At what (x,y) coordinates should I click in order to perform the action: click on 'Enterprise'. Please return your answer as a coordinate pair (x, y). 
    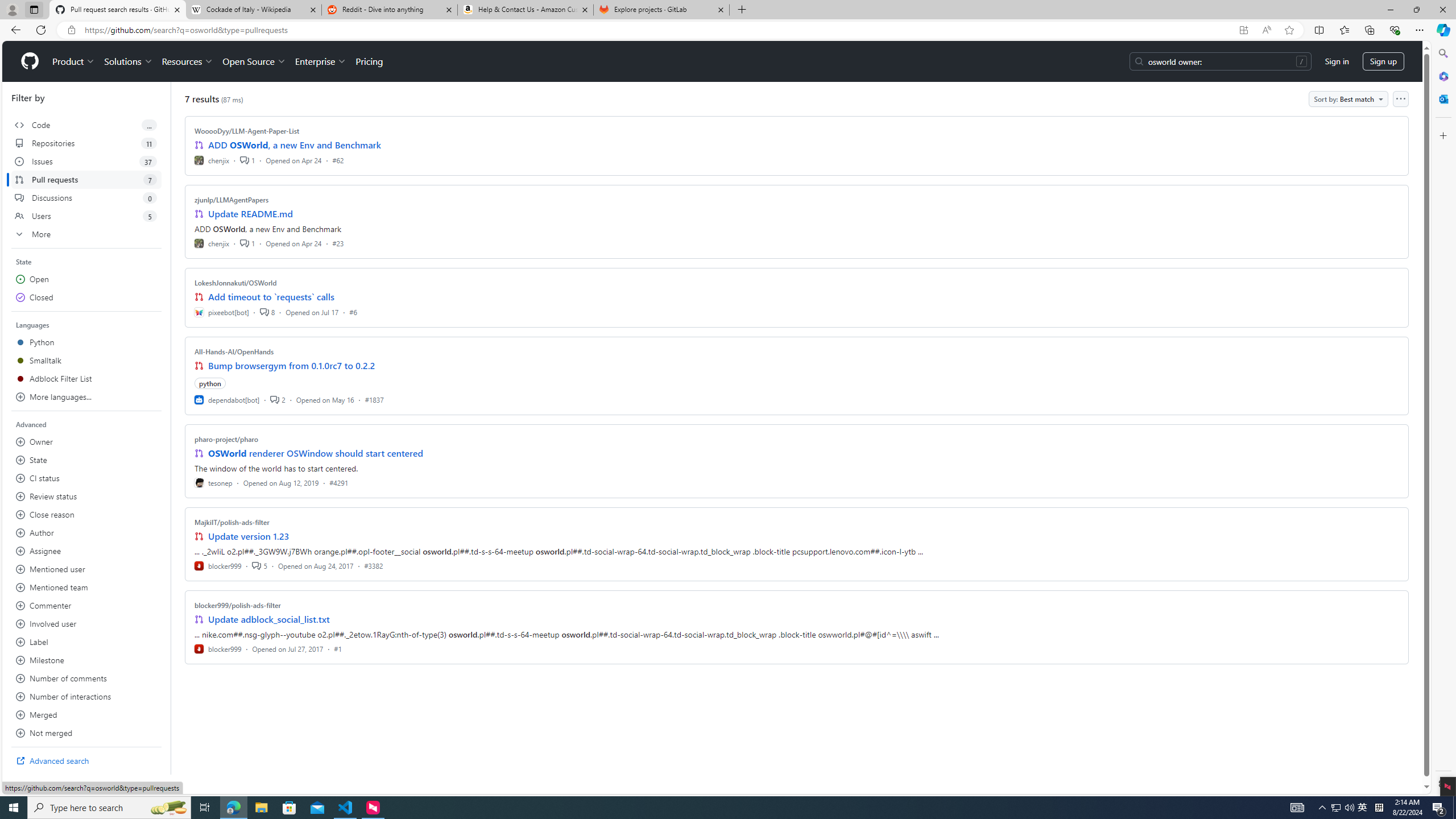
    Looking at the image, I should click on (320, 61).